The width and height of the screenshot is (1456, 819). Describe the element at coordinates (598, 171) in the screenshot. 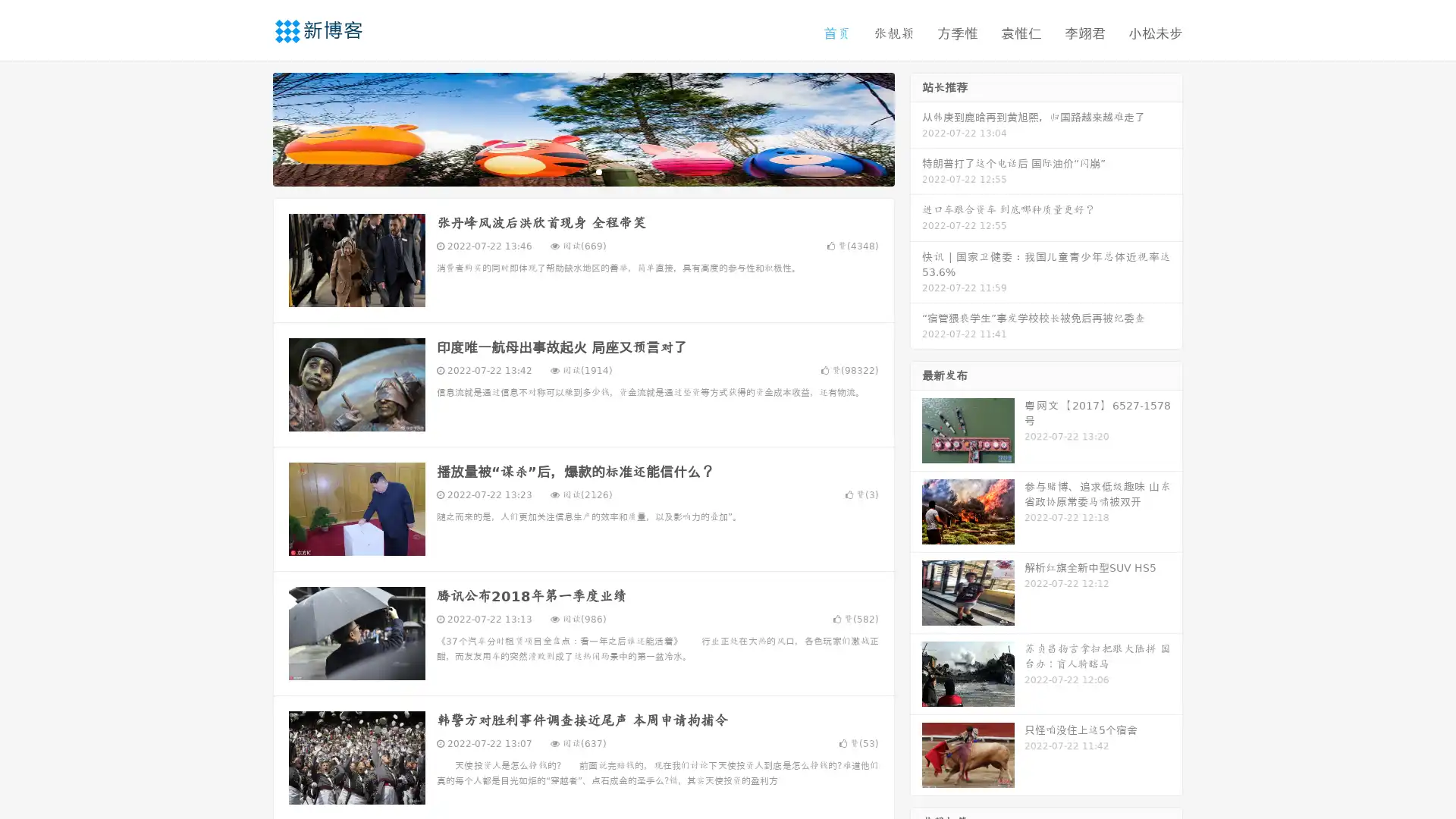

I see `Go to slide 3` at that location.